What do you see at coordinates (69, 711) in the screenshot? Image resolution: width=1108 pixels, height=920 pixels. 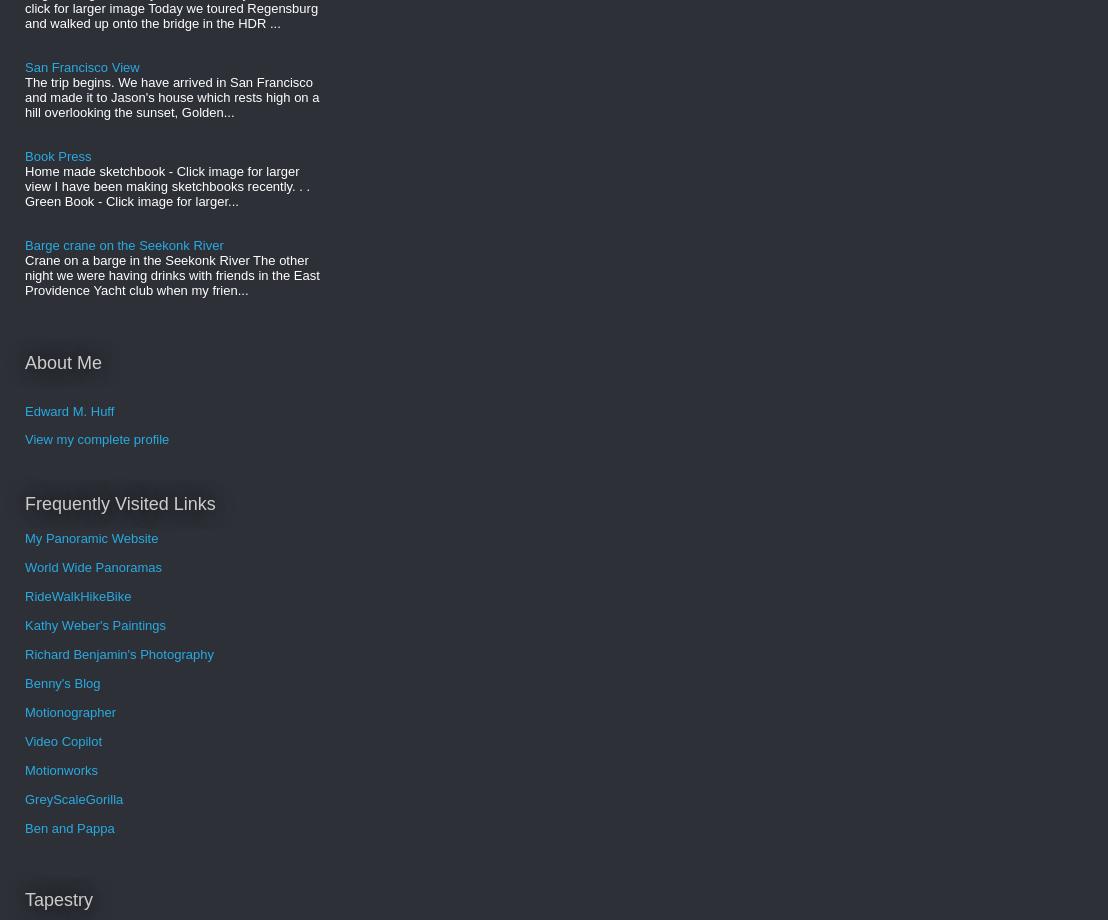 I see `'Motionographer'` at bounding box center [69, 711].